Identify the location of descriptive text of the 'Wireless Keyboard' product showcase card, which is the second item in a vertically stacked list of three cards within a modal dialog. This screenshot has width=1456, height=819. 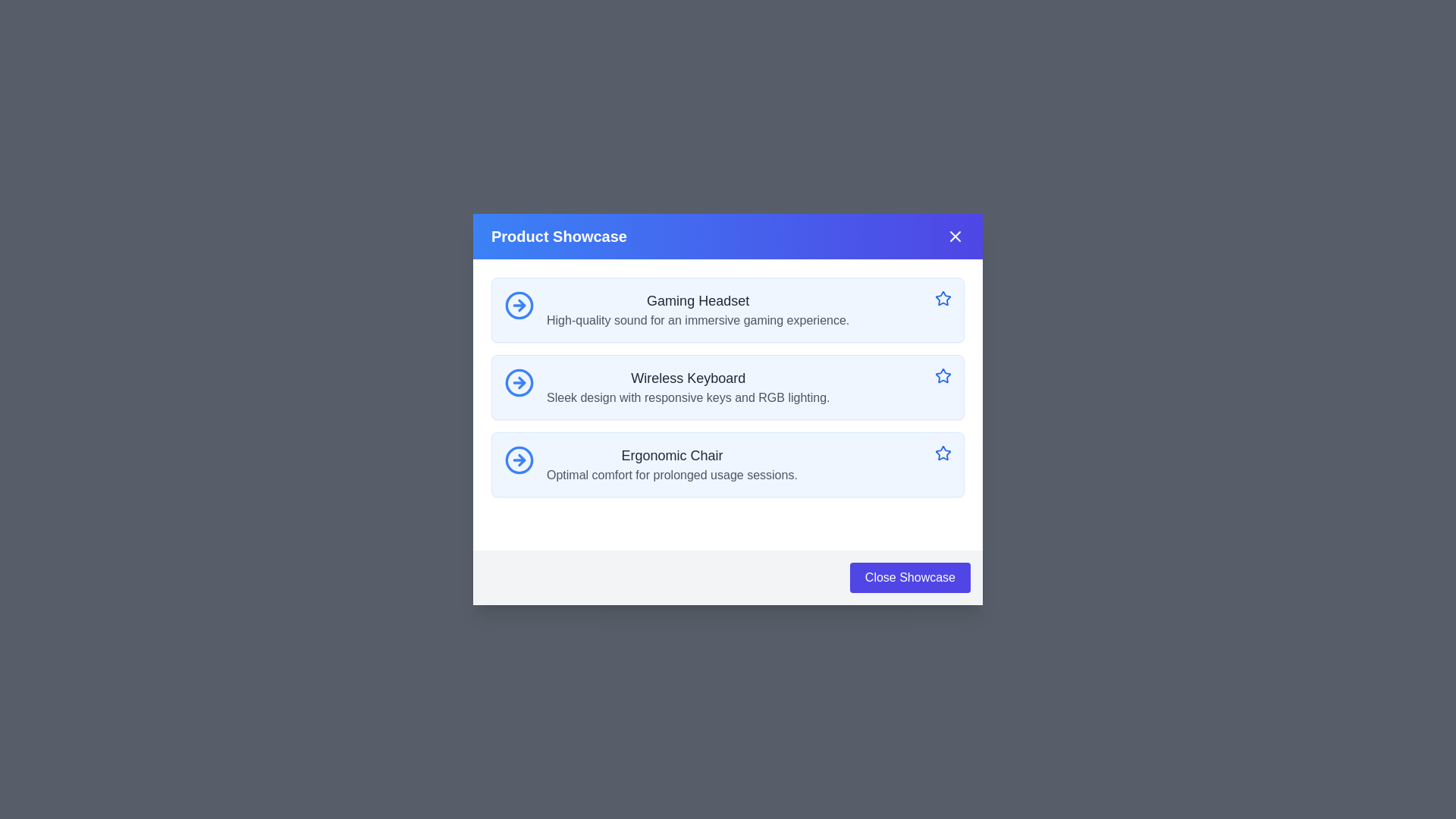
(728, 409).